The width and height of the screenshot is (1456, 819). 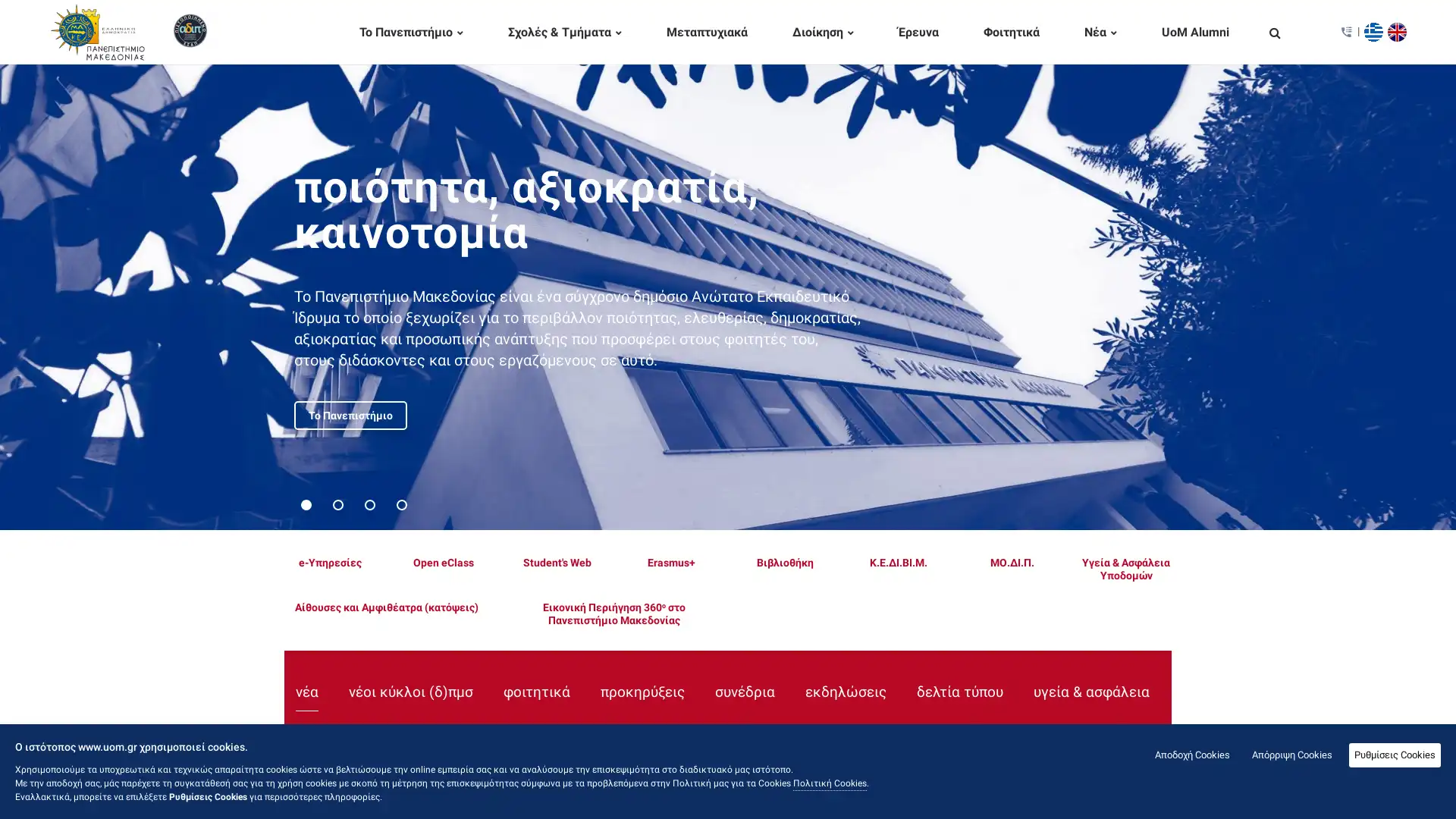 What do you see at coordinates (1395, 755) in the screenshot?
I see `Cookies` at bounding box center [1395, 755].